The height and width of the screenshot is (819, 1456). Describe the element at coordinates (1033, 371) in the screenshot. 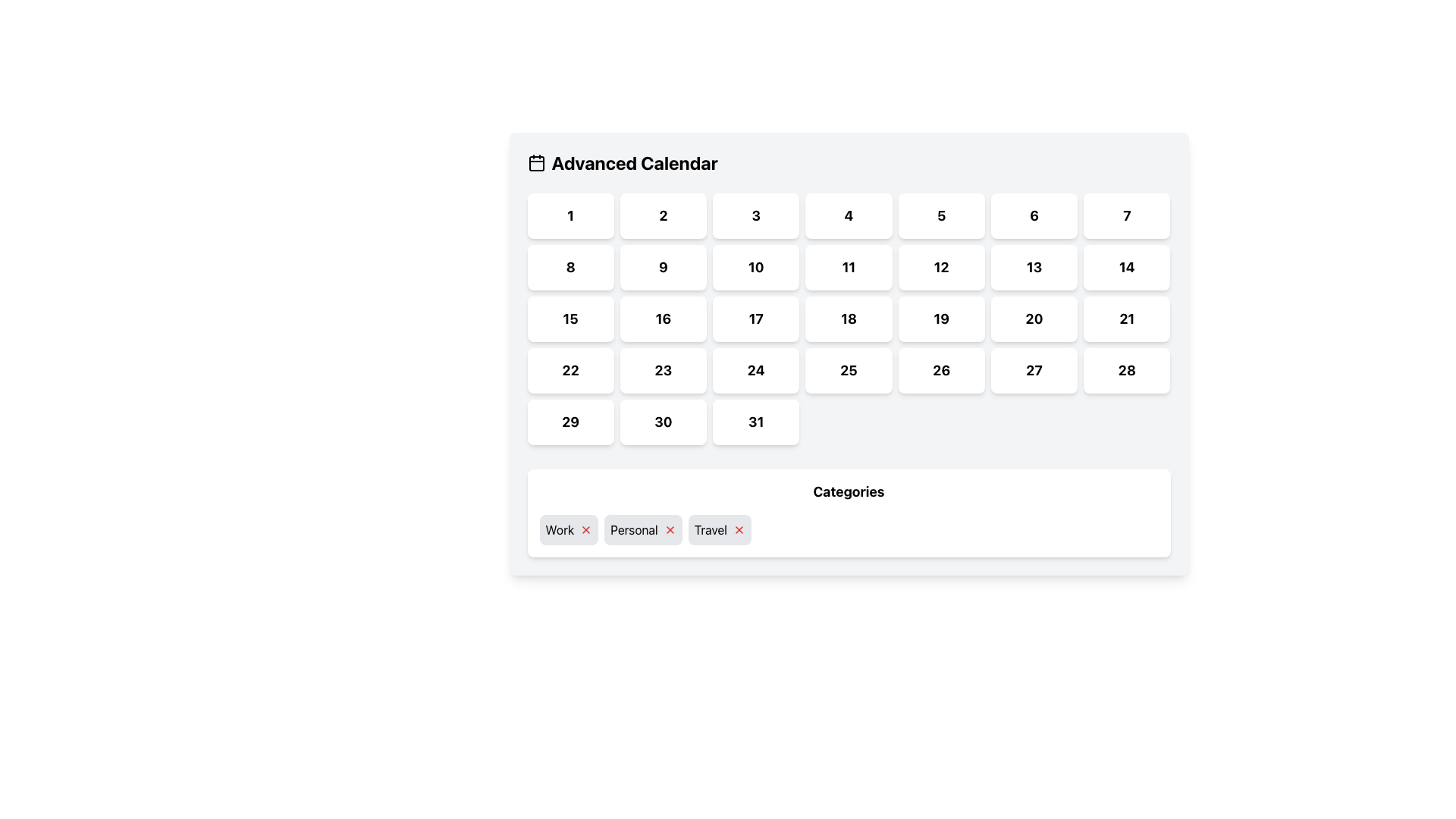

I see `the white square button with the text '27' in bold black font, located in the sixth row and fourth column of the grid layout` at that location.